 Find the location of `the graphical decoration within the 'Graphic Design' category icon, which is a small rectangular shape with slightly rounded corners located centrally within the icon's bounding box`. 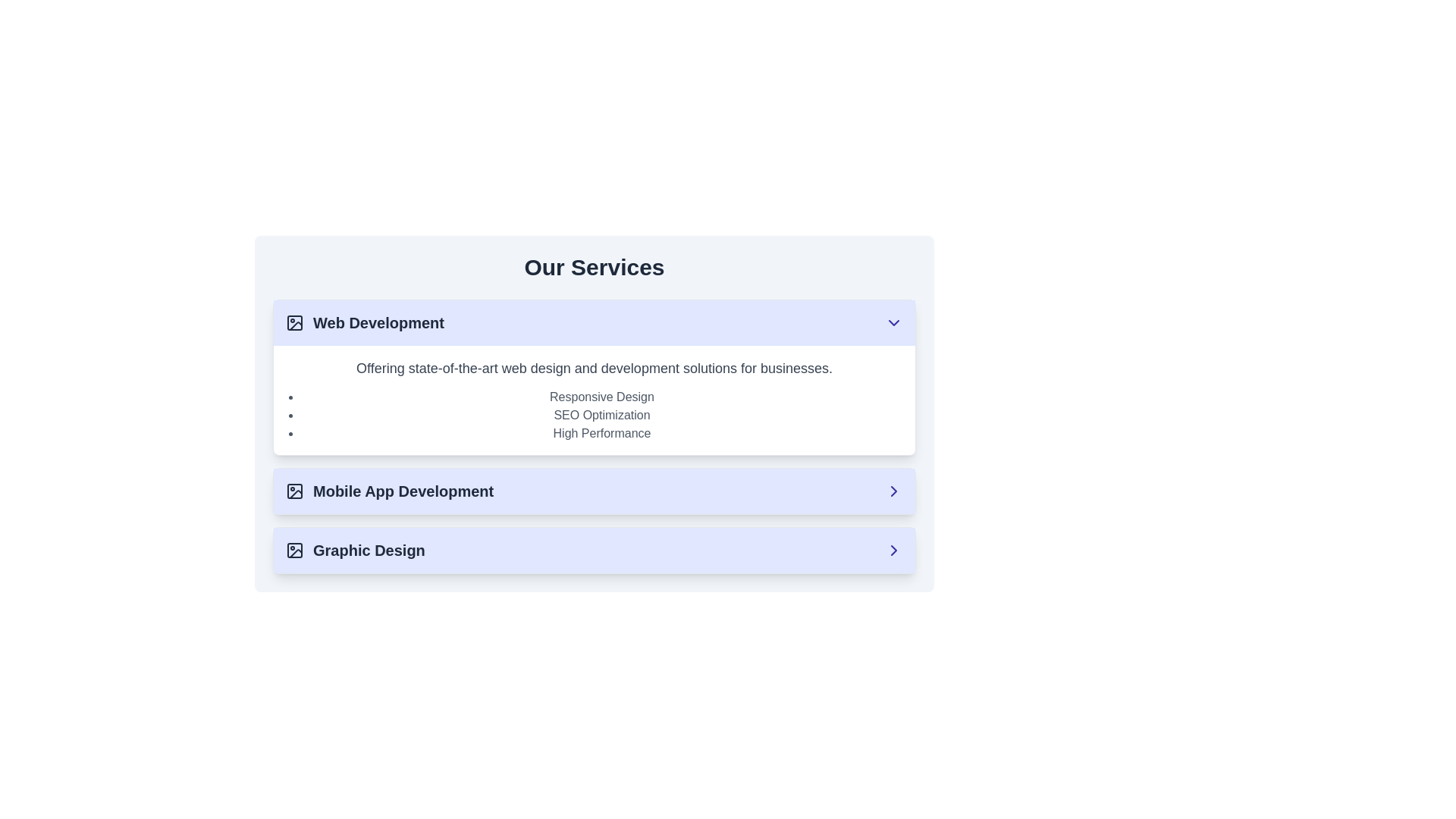

the graphical decoration within the 'Graphic Design' category icon, which is a small rectangular shape with slightly rounded corners located centrally within the icon's bounding box is located at coordinates (294, 550).